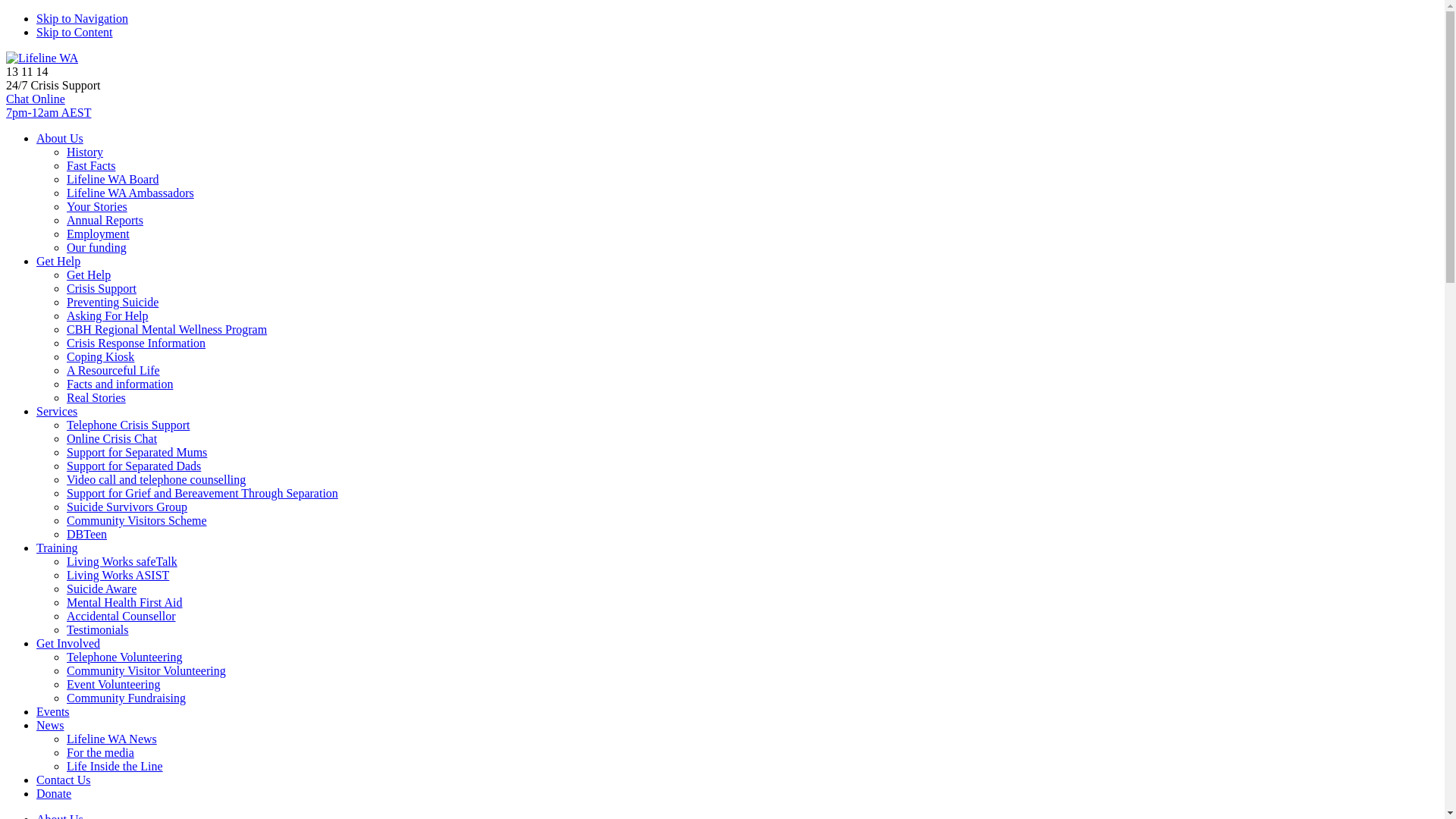 The image size is (1456, 819). I want to click on 'Lifeline WA Board', so click(111, 178).